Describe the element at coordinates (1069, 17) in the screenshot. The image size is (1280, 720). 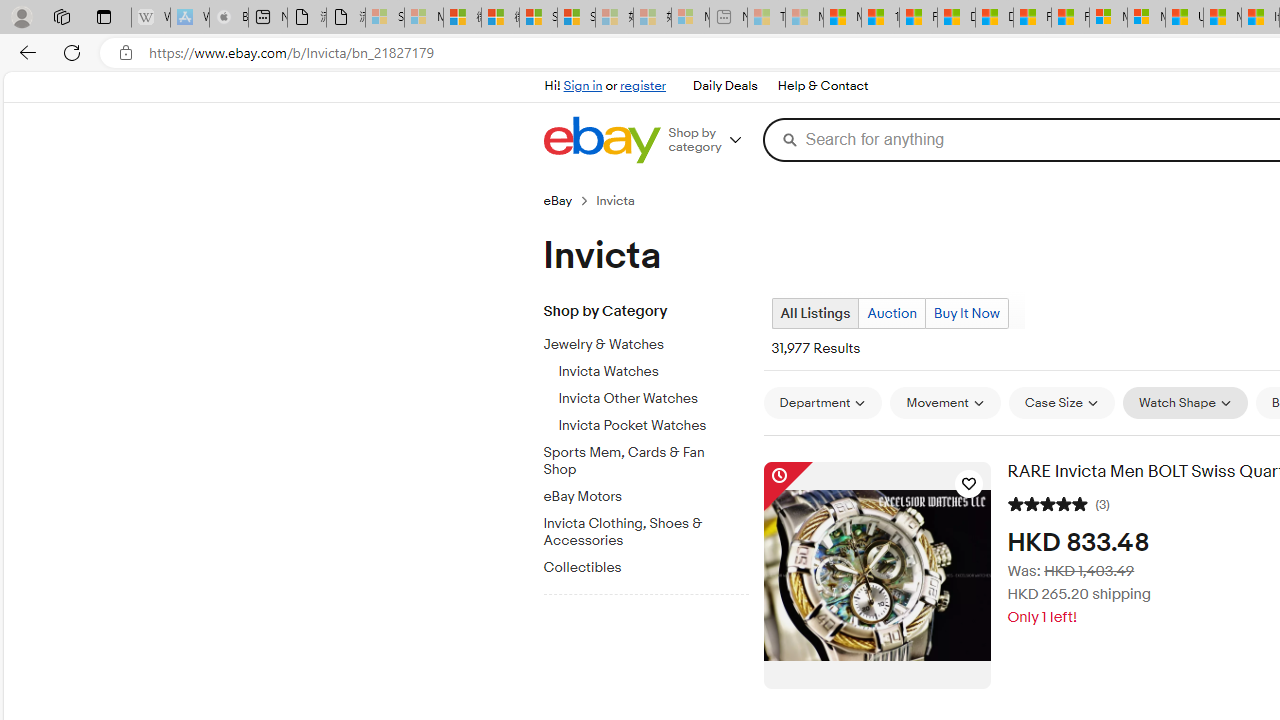
I see `'Foo BAR | Trusted Community Engagement and Contributions'` at that location.